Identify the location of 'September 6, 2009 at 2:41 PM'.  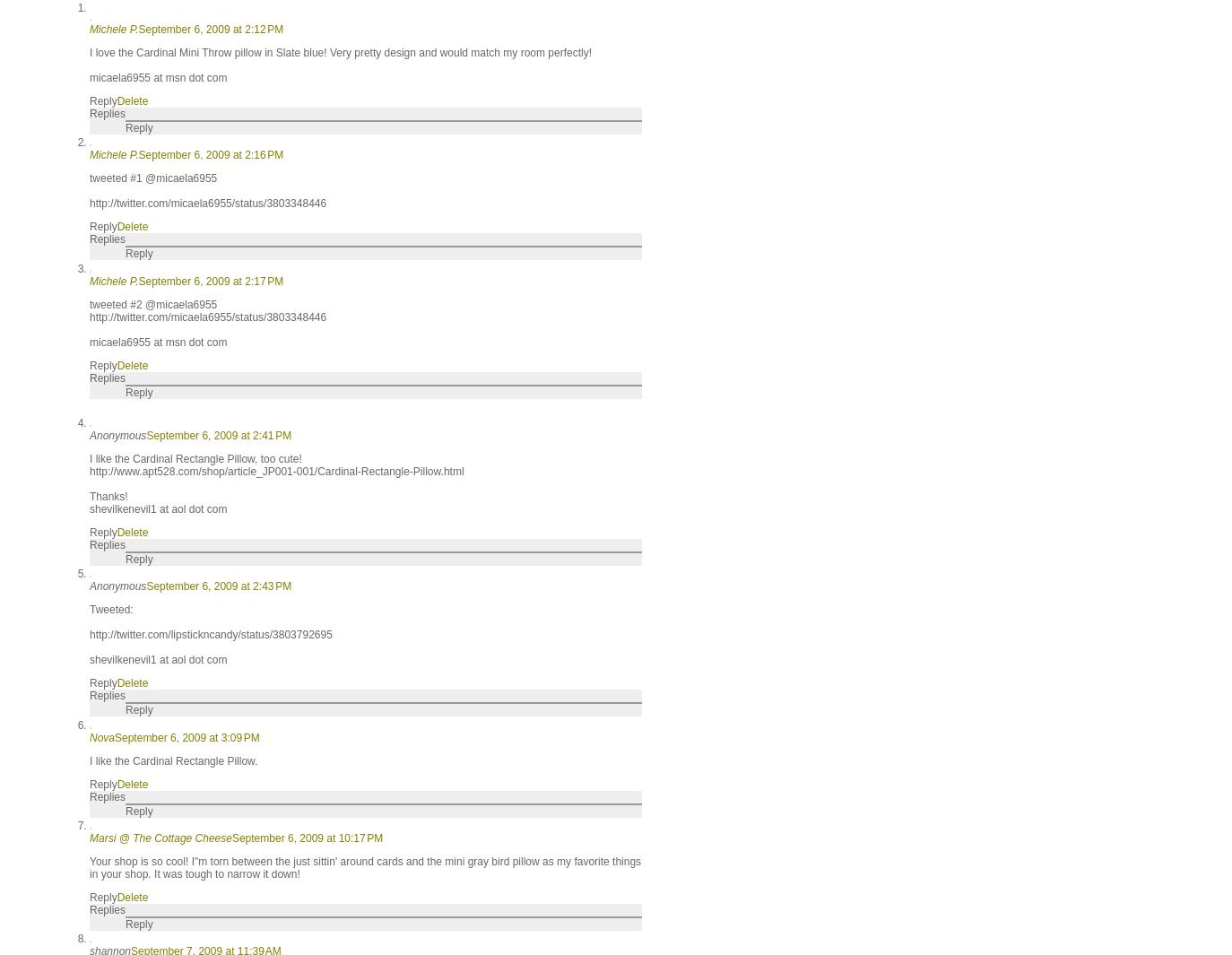
(218, 434).